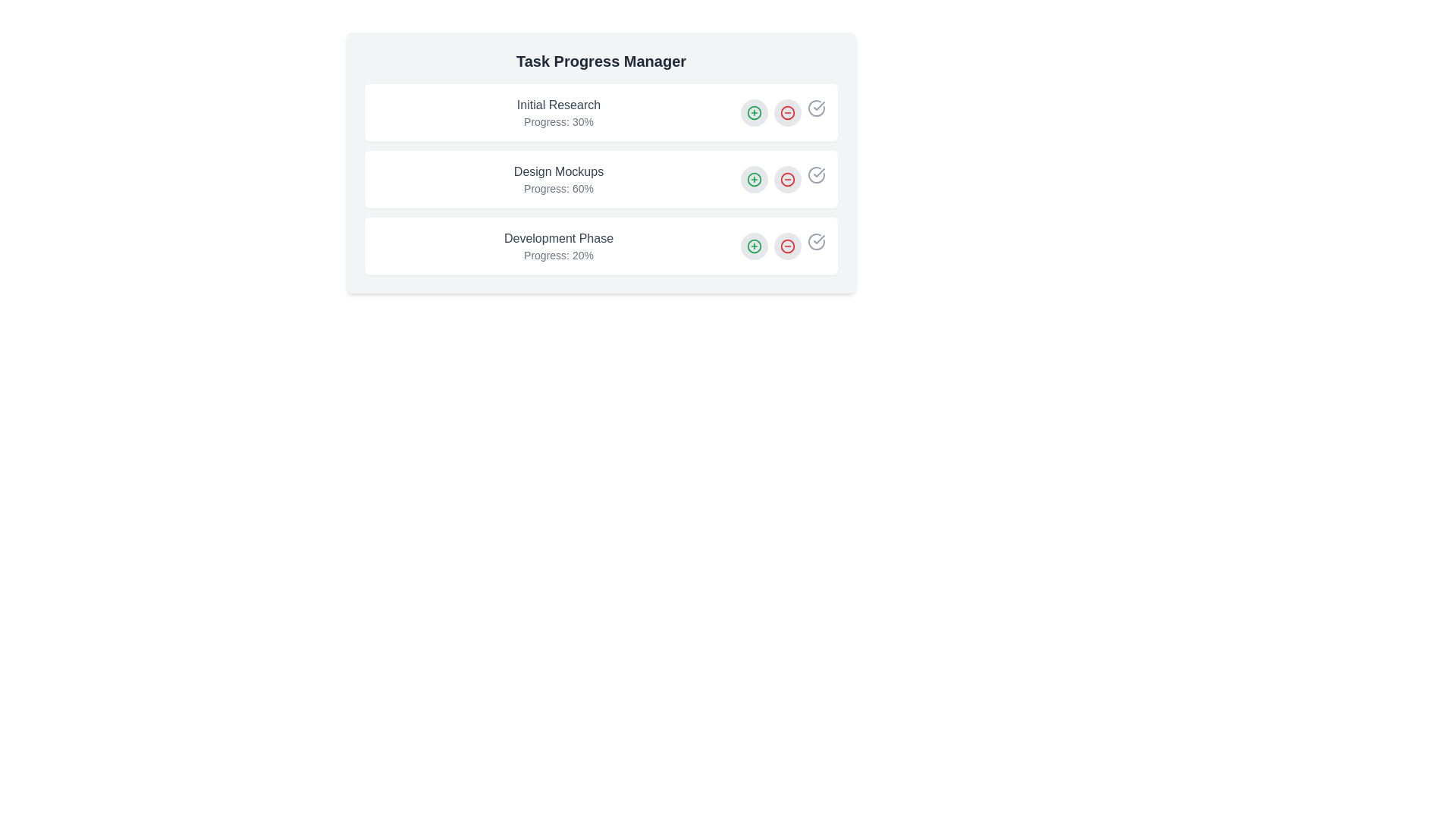 Image resolution: width=1456 pixels, height=819 pixels. What do you see at coordinates (783, 112) in the screenshot?
I see `the circular red button with a white minus sign, which is the second button in a horizontal group next to 'Initial Research' and 'Progress: 30%', located within the 'Task Progress Manager' card` at bounding box center [783, 112].